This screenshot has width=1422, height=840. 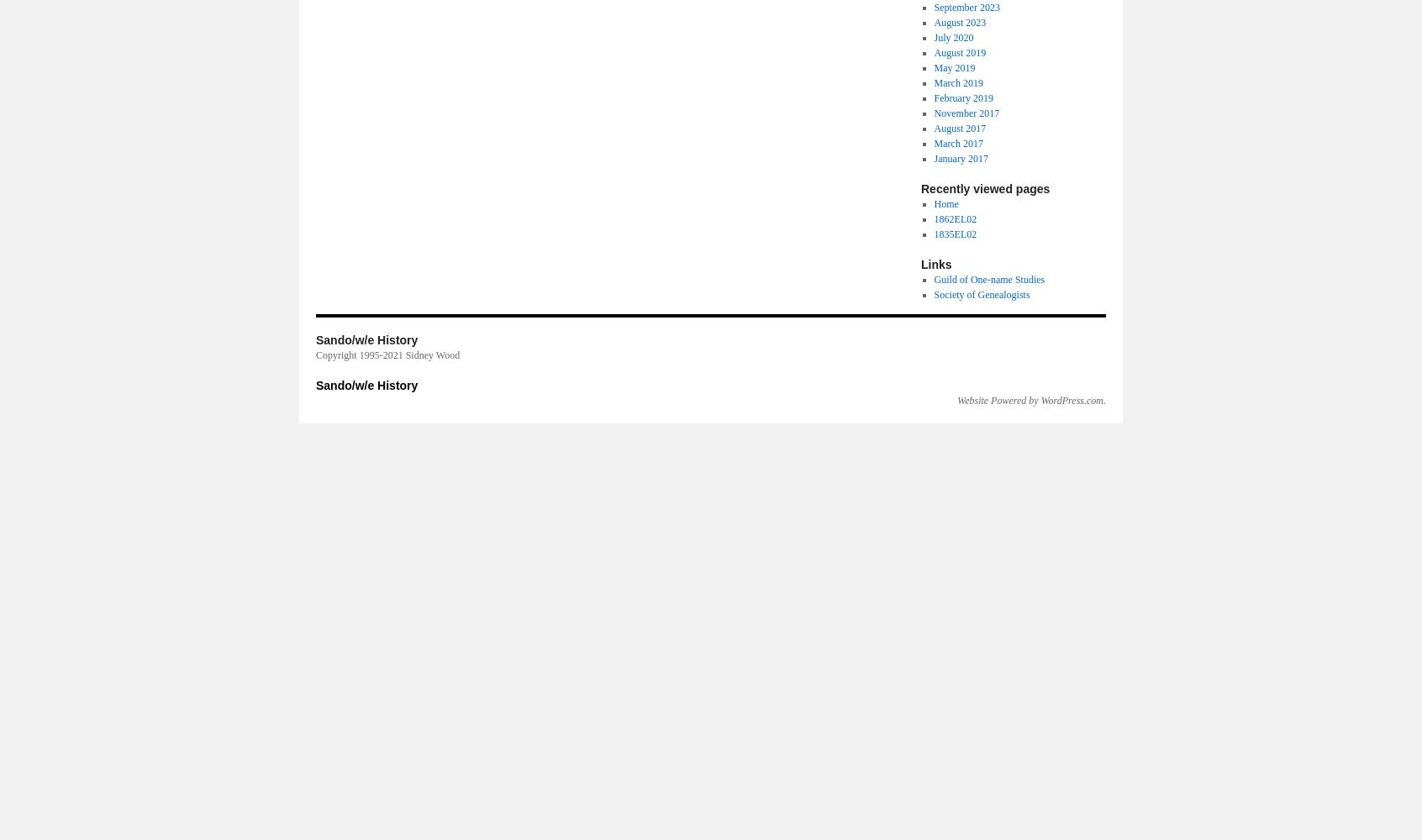 I want to click on '1862EL02', so click(x=933, y=219).